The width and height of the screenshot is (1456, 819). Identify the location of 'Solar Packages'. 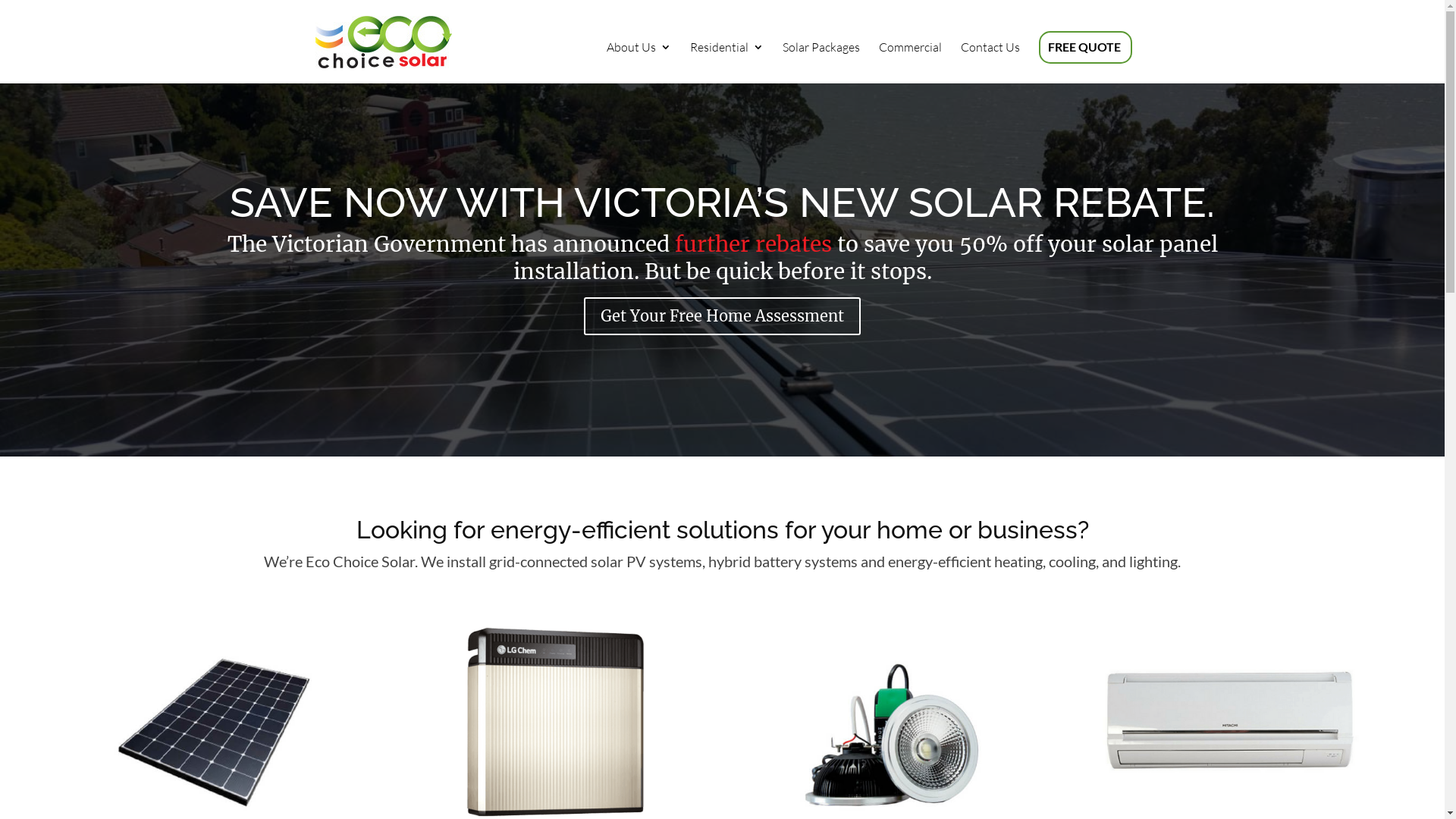
(821, 61).